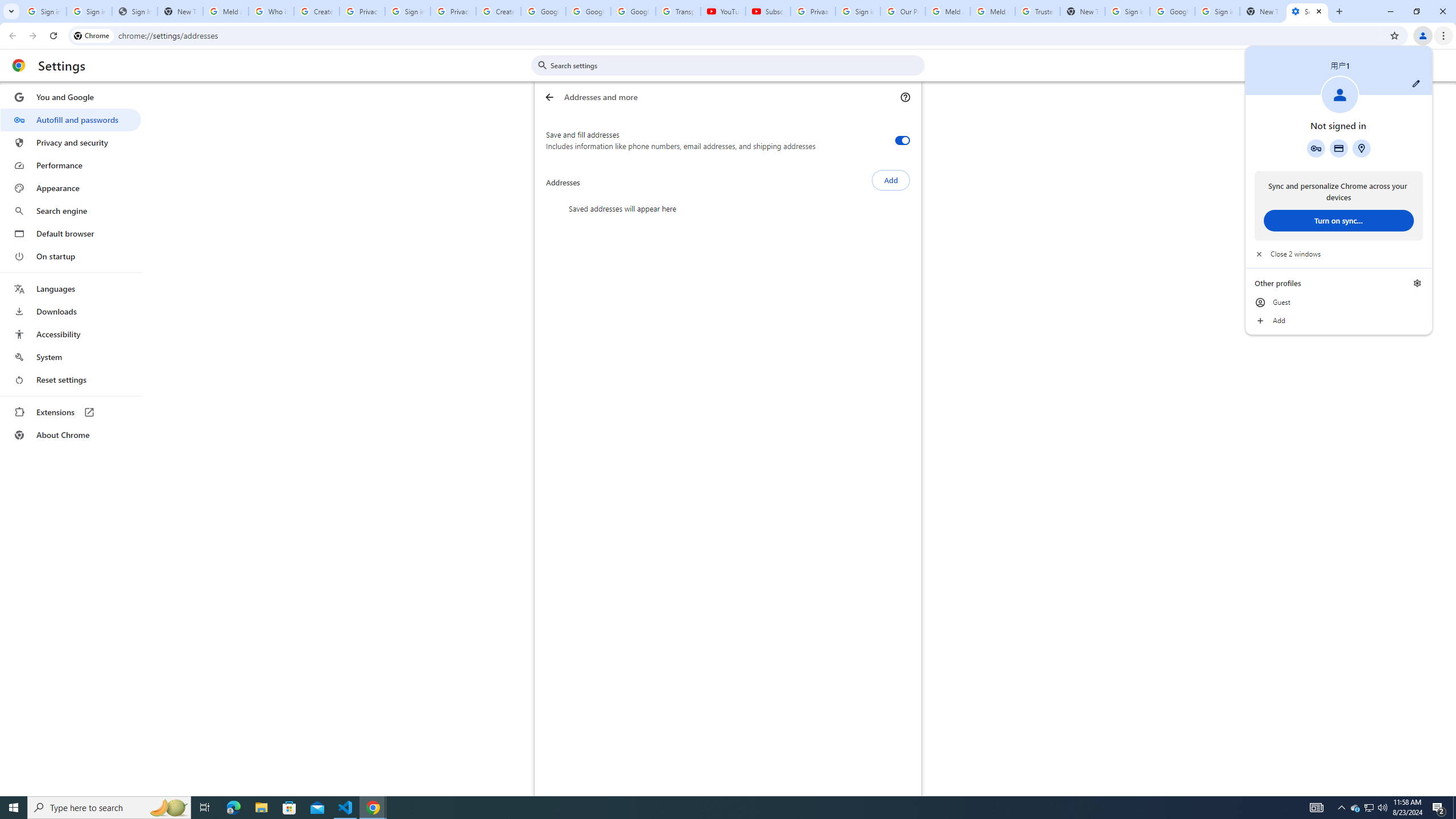 The height and width of the screenshot is (819, 1456). What do you see at coordinates (70, 211) in the screenshot?
I see `'Search engine'` at bounding box center [70, 211].